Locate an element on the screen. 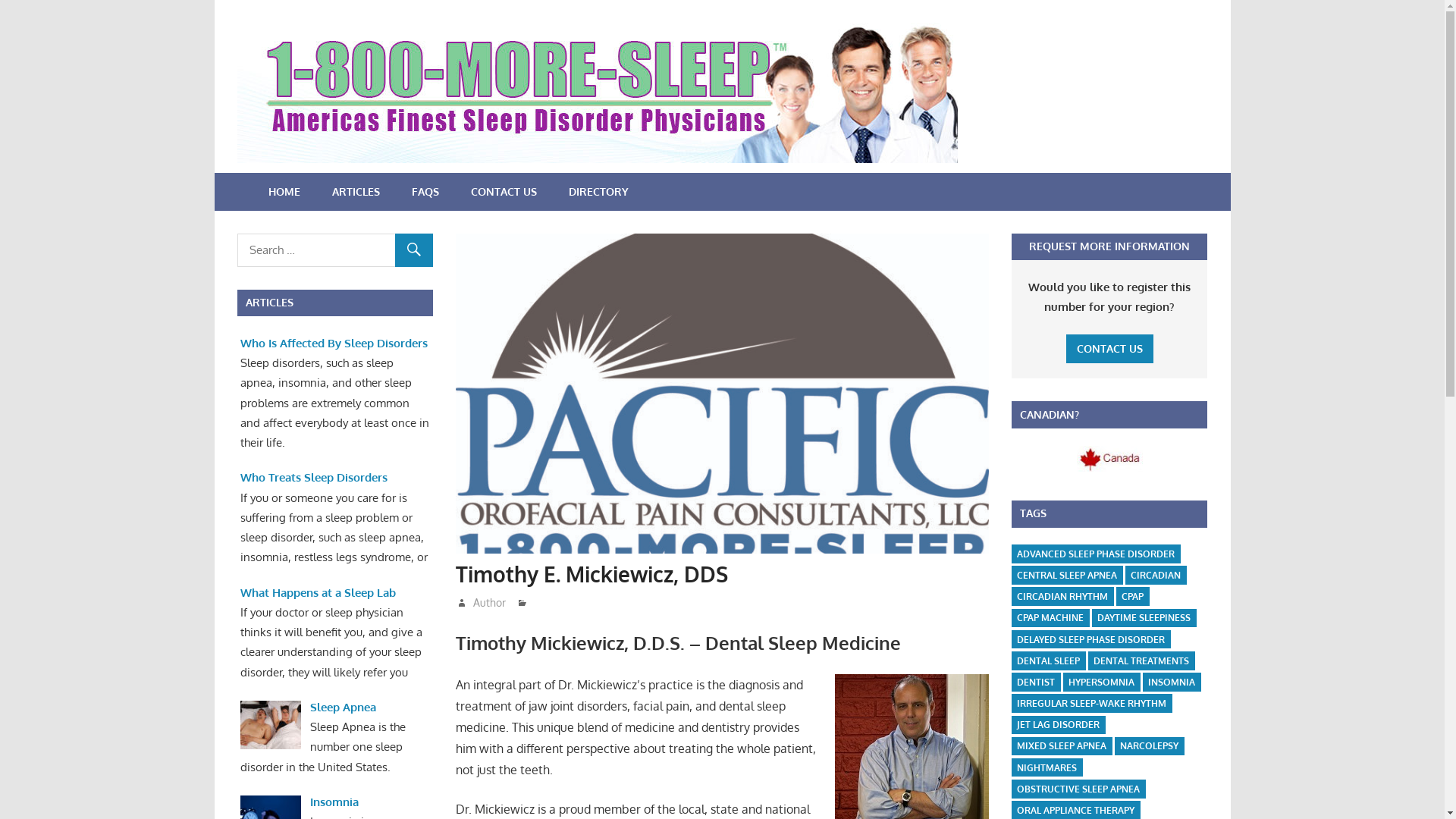 Image resolution: width=1456 pixels, height=819 pixels. 'Who Is Affected By Sleep Disorders' is located at coordinates (333, 343).